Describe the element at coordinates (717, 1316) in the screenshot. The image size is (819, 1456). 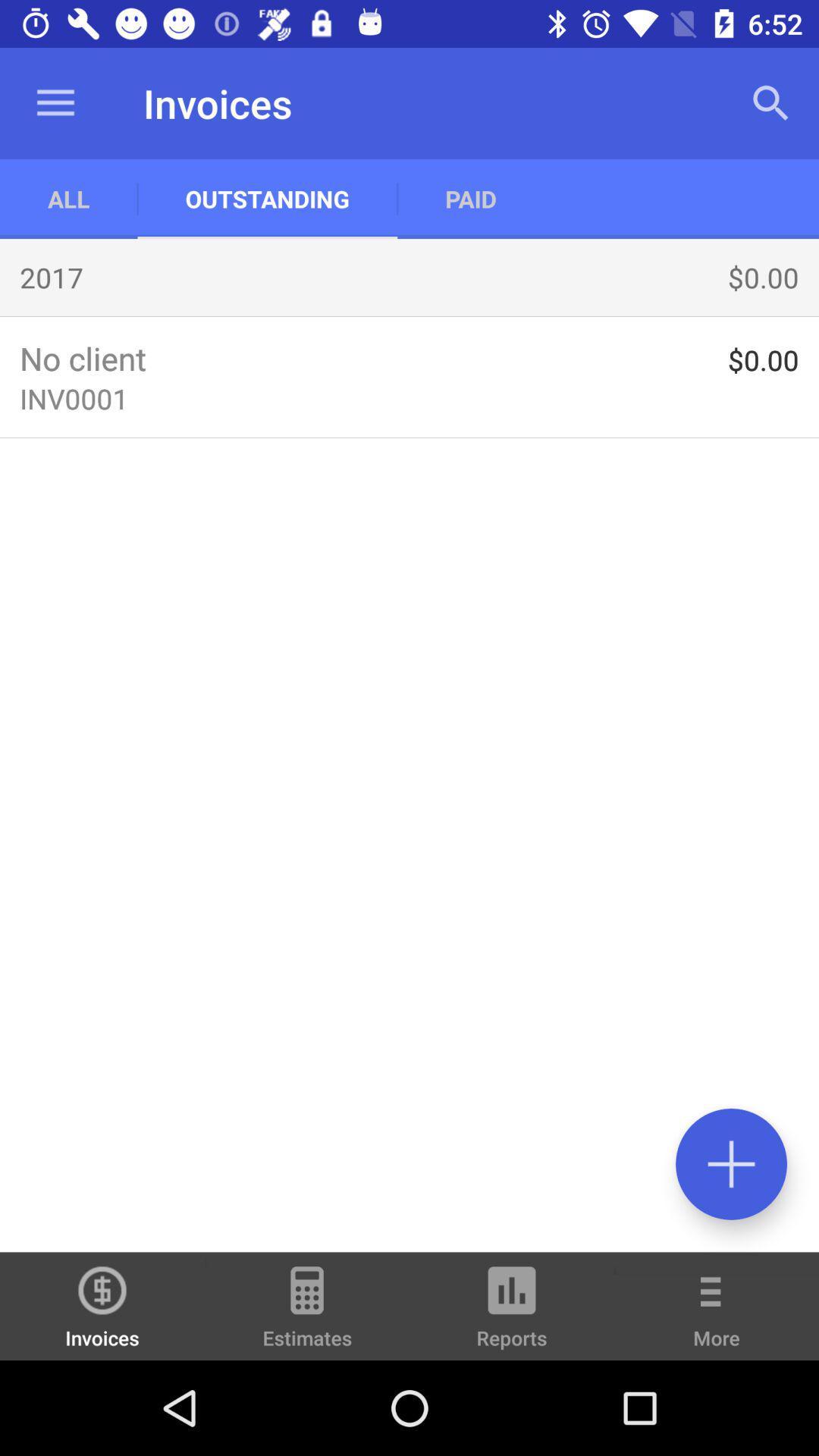
I see `more icon` at that location.